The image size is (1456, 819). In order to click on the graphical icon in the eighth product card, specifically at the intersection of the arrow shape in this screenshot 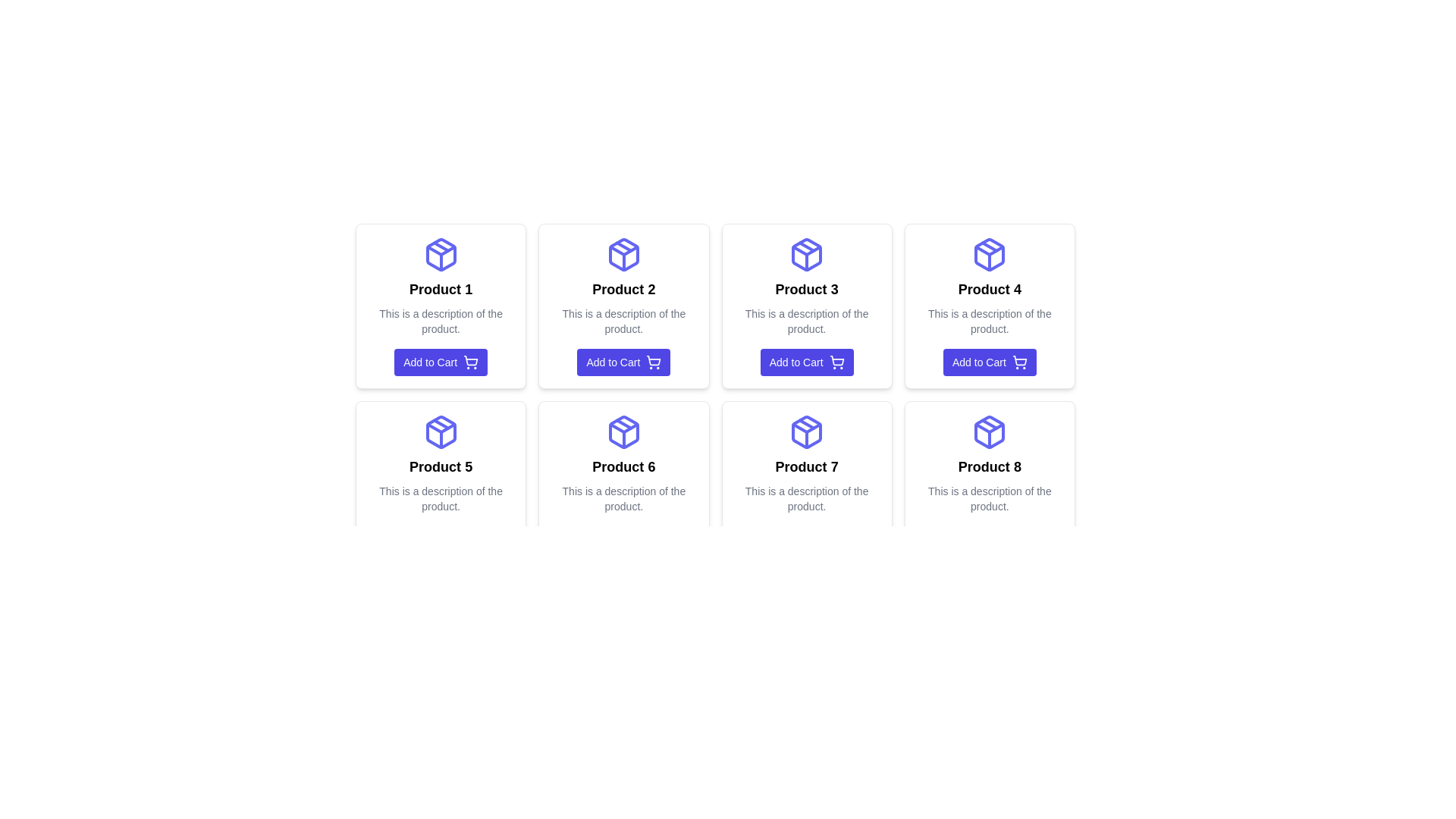, I will do `click(990, 428)`.